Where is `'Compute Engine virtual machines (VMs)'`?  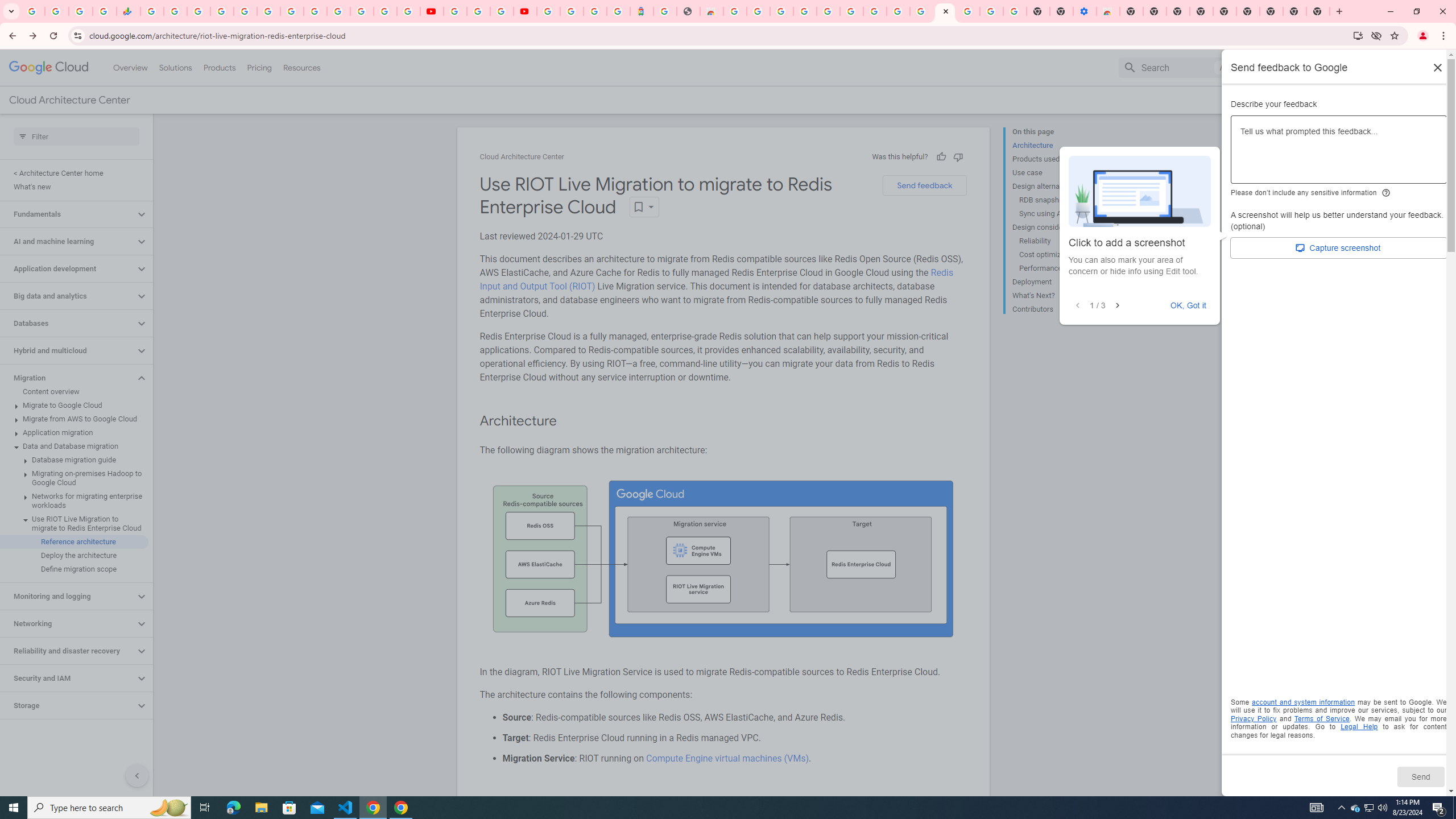 'Compute Engine virtual machines (VMs)' is located at coordinates (726, 758).